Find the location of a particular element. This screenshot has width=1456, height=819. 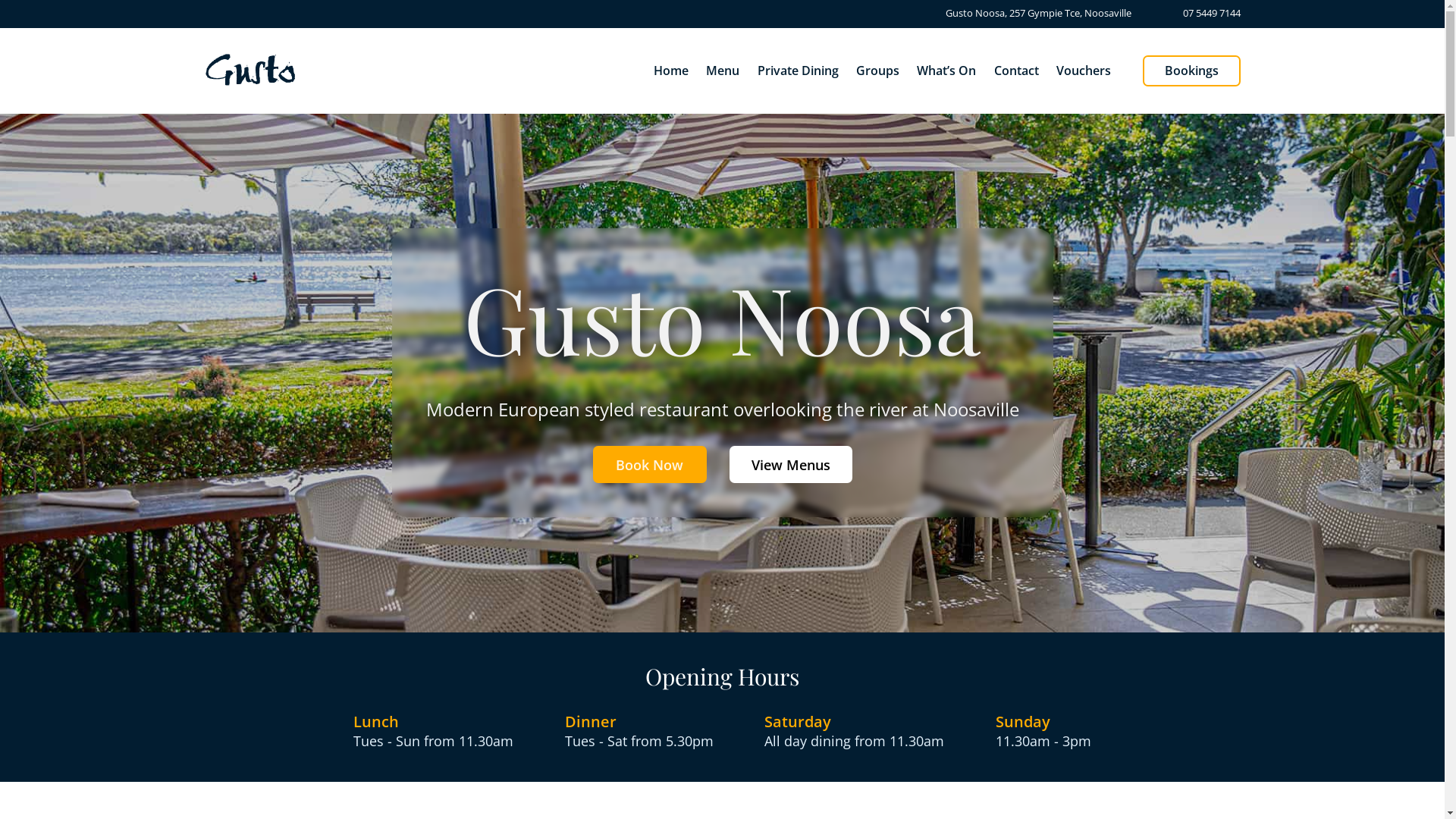

'Home' is located at coordinates (670, 70).